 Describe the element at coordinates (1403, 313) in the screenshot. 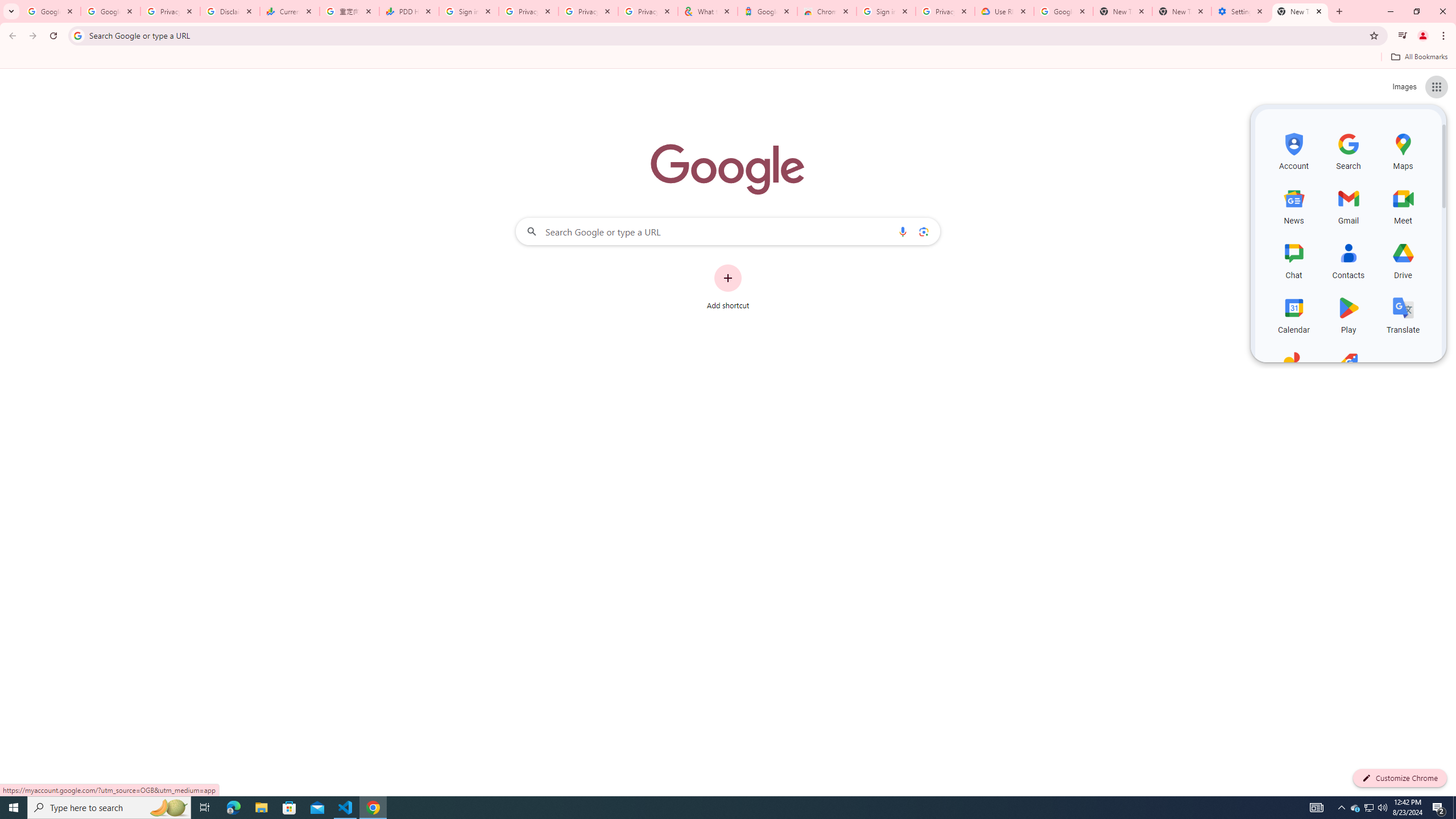

I see `'Translate, row 4 of 5 and column 3 of 3 in the first section'` at that location.